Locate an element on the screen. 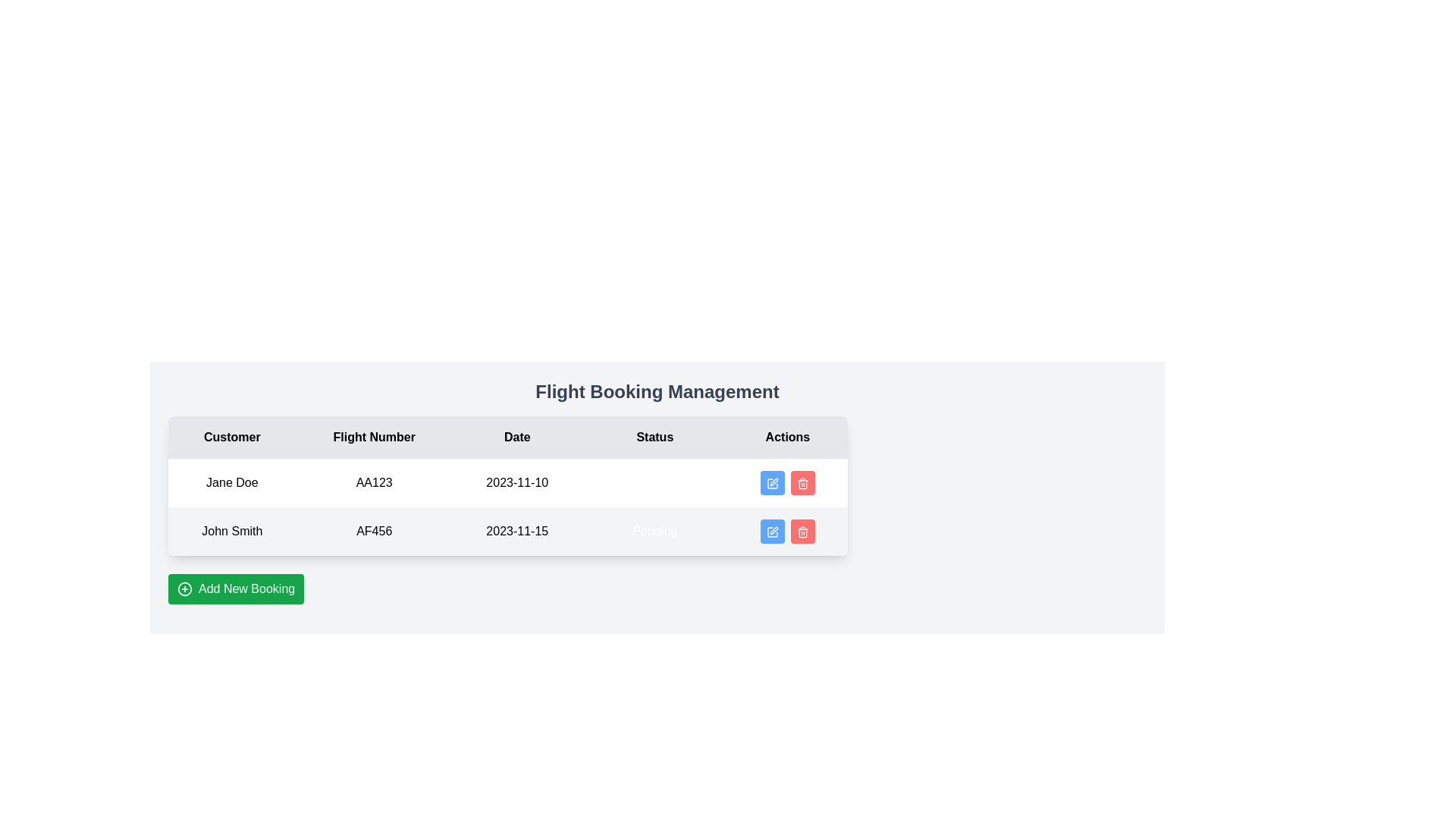  the static text element displaying 'AF456' in the 'Flight Booking Management' table, located in the second row under the 'Flight Number' column is located at coordinates (374, 531).